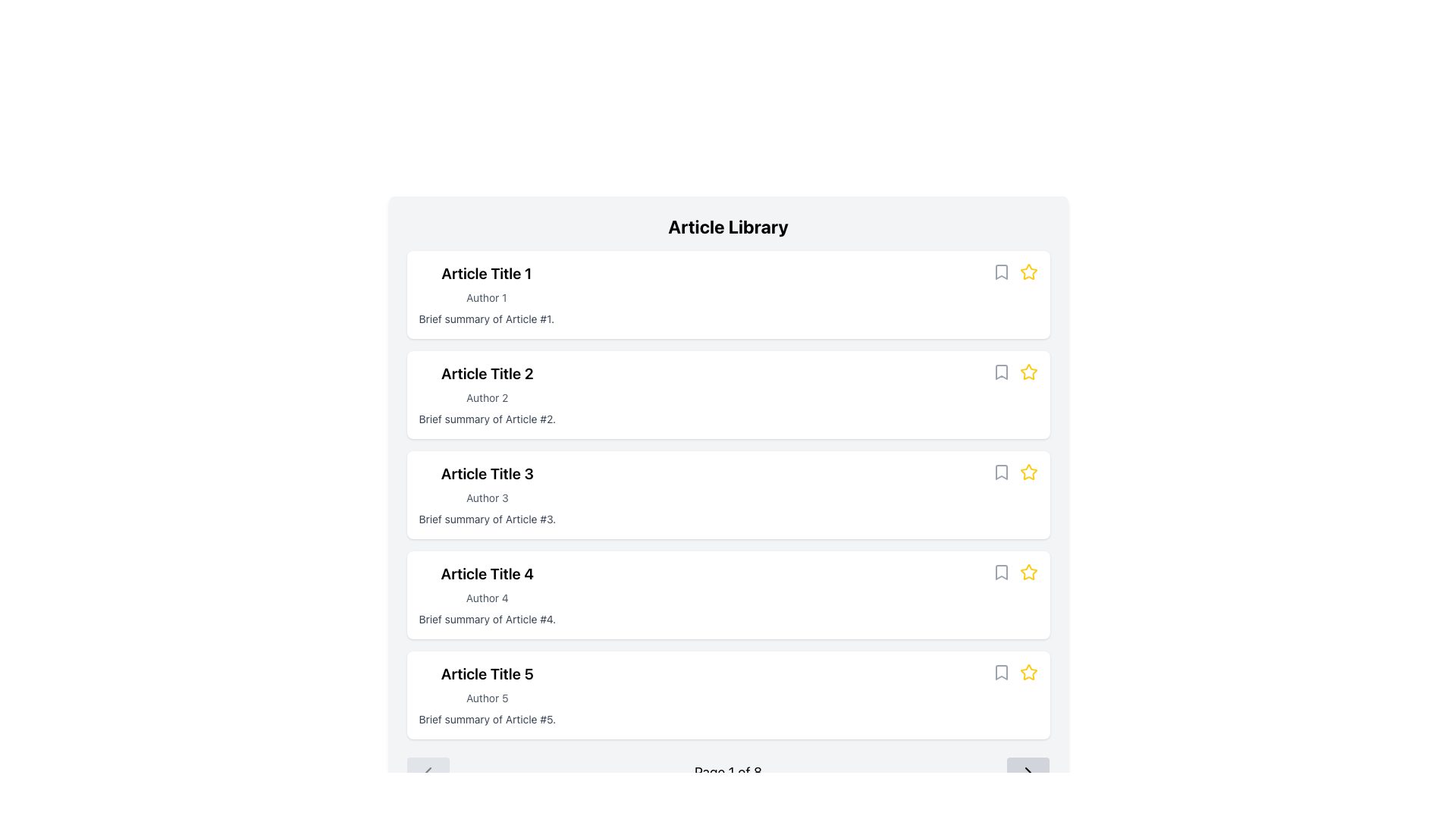 Image resolution: width=1456 pixels, height=819 pixels. Describe the element at coordinates (1001, 472) in the screenshot. I see `the bookmark icon, which is an outlined book corner styled in muted gray, located in the rightmost section of the row for 'Article Title 3'` at that location.